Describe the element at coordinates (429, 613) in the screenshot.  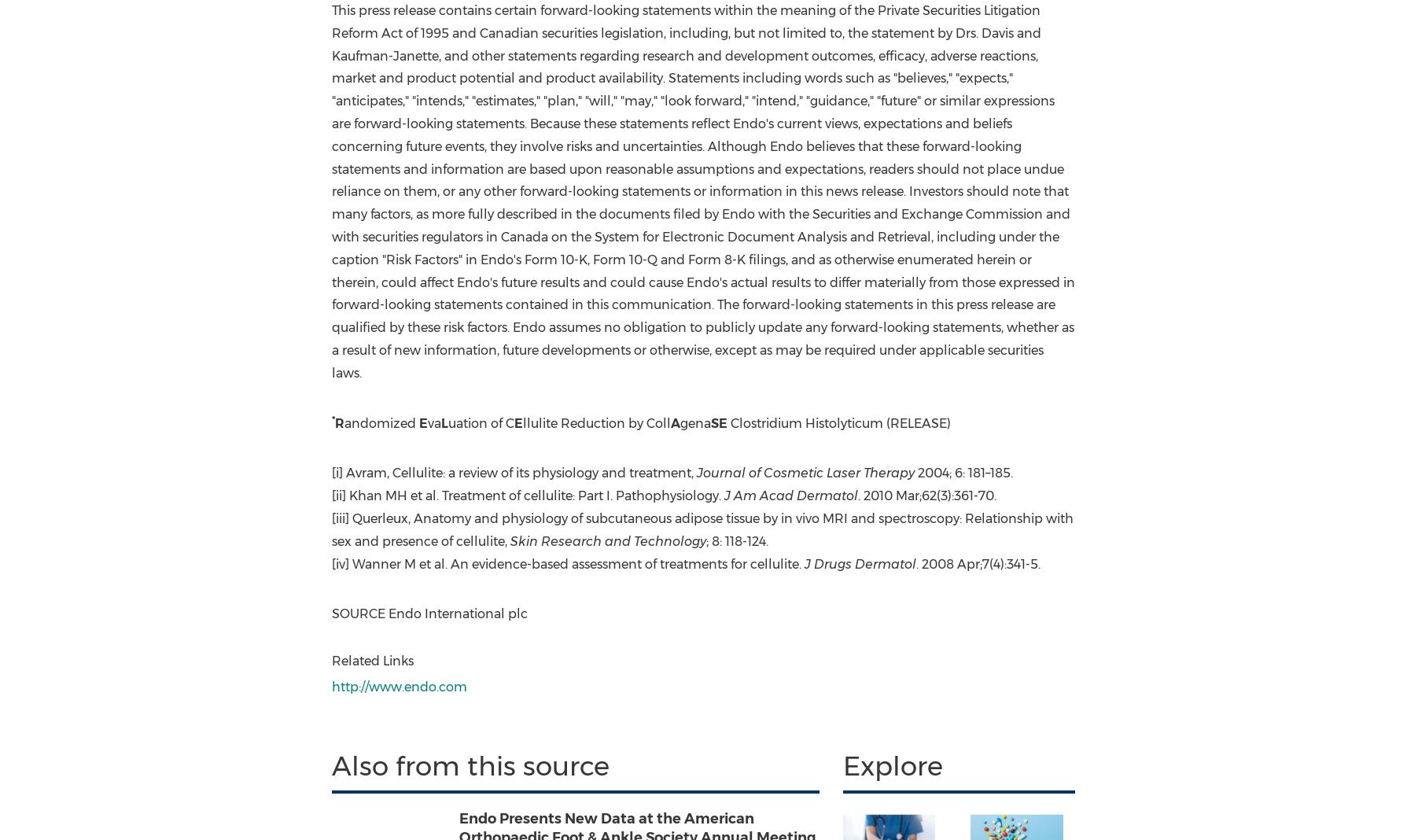
I see `'SOURCE Endo International plc'` at that location.